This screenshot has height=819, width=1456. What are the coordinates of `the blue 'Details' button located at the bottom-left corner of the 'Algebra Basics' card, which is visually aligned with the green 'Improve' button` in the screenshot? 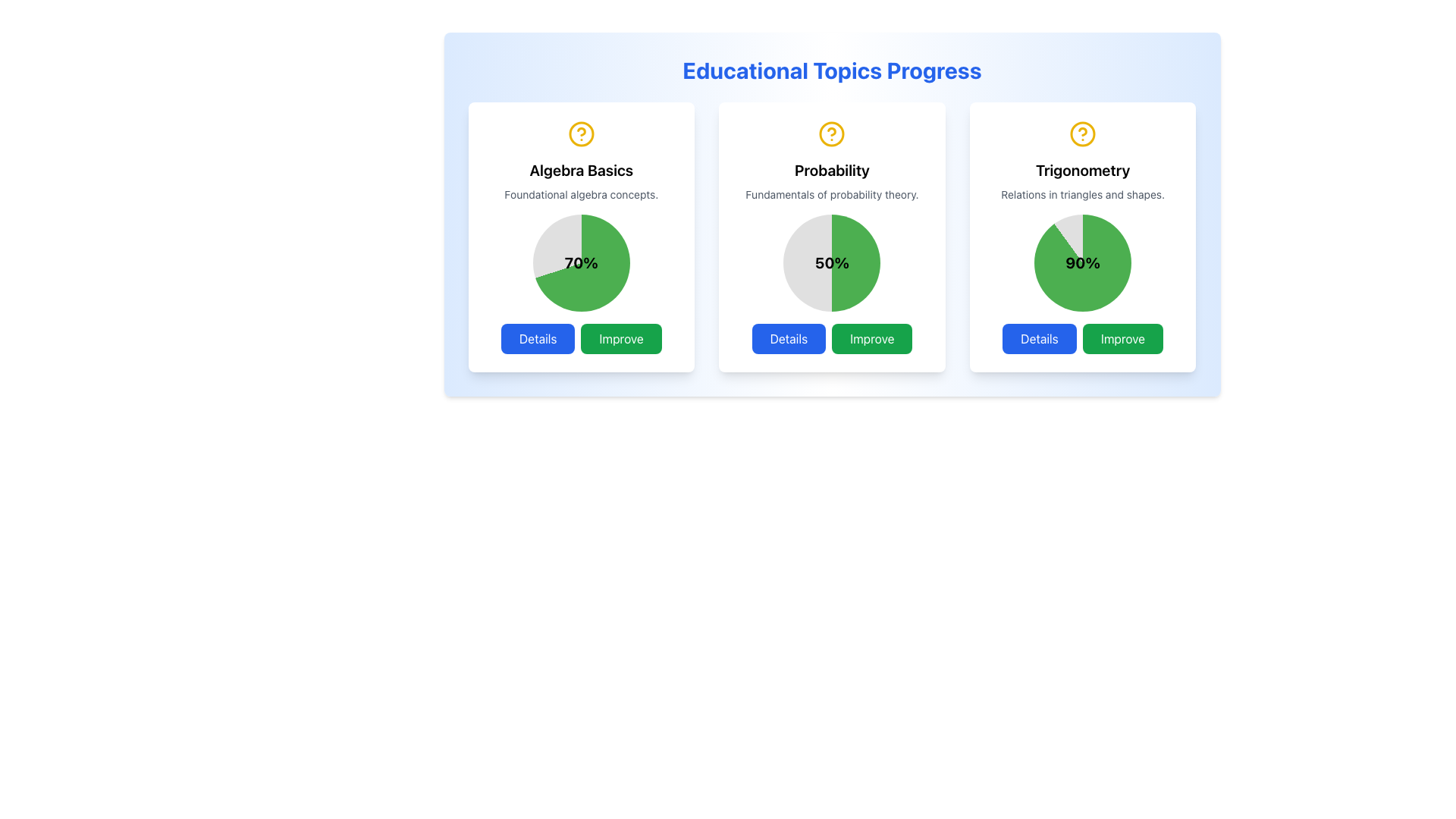 It's located at (538, 338).